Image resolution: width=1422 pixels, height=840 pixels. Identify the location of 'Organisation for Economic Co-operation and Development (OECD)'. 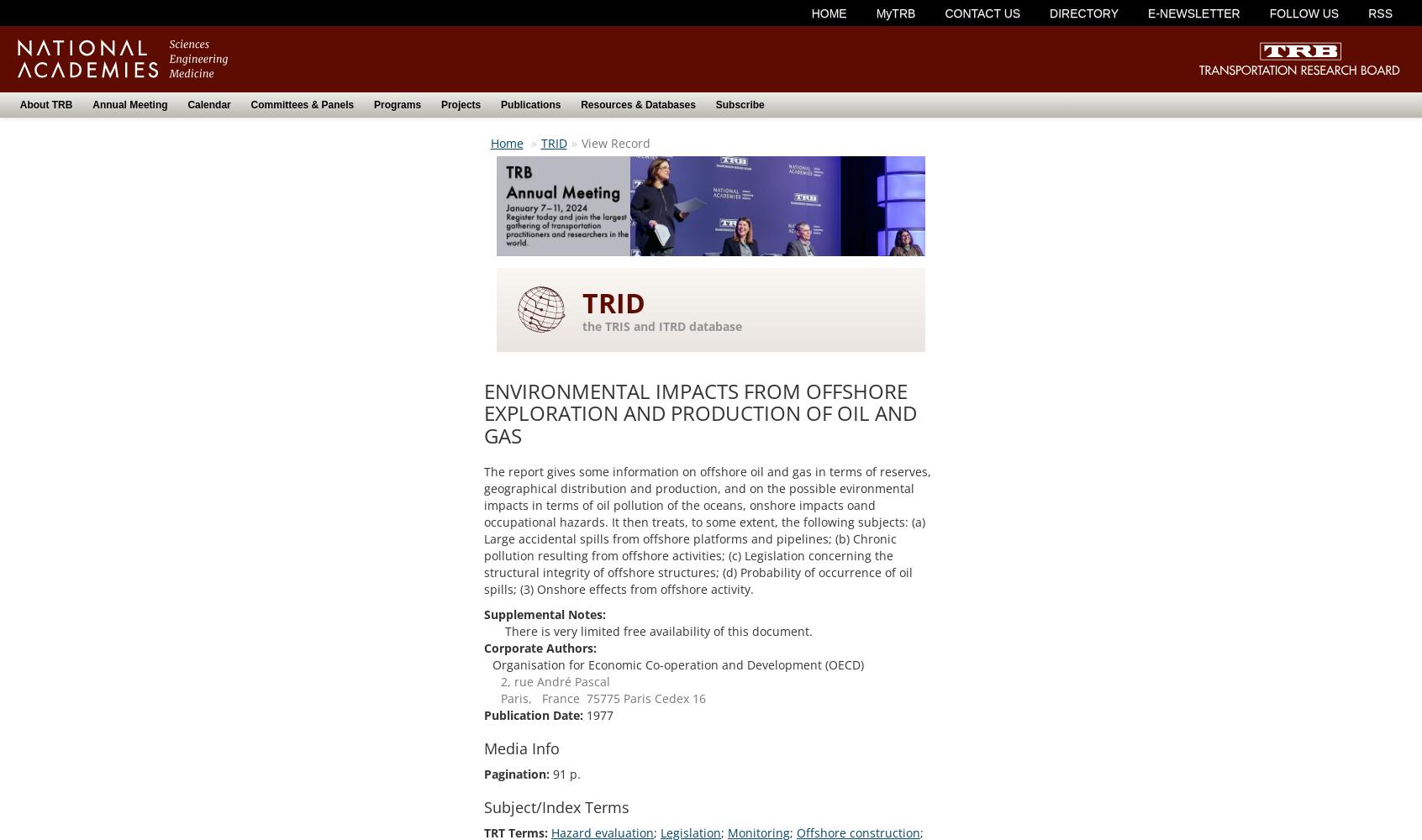
(678, 664).